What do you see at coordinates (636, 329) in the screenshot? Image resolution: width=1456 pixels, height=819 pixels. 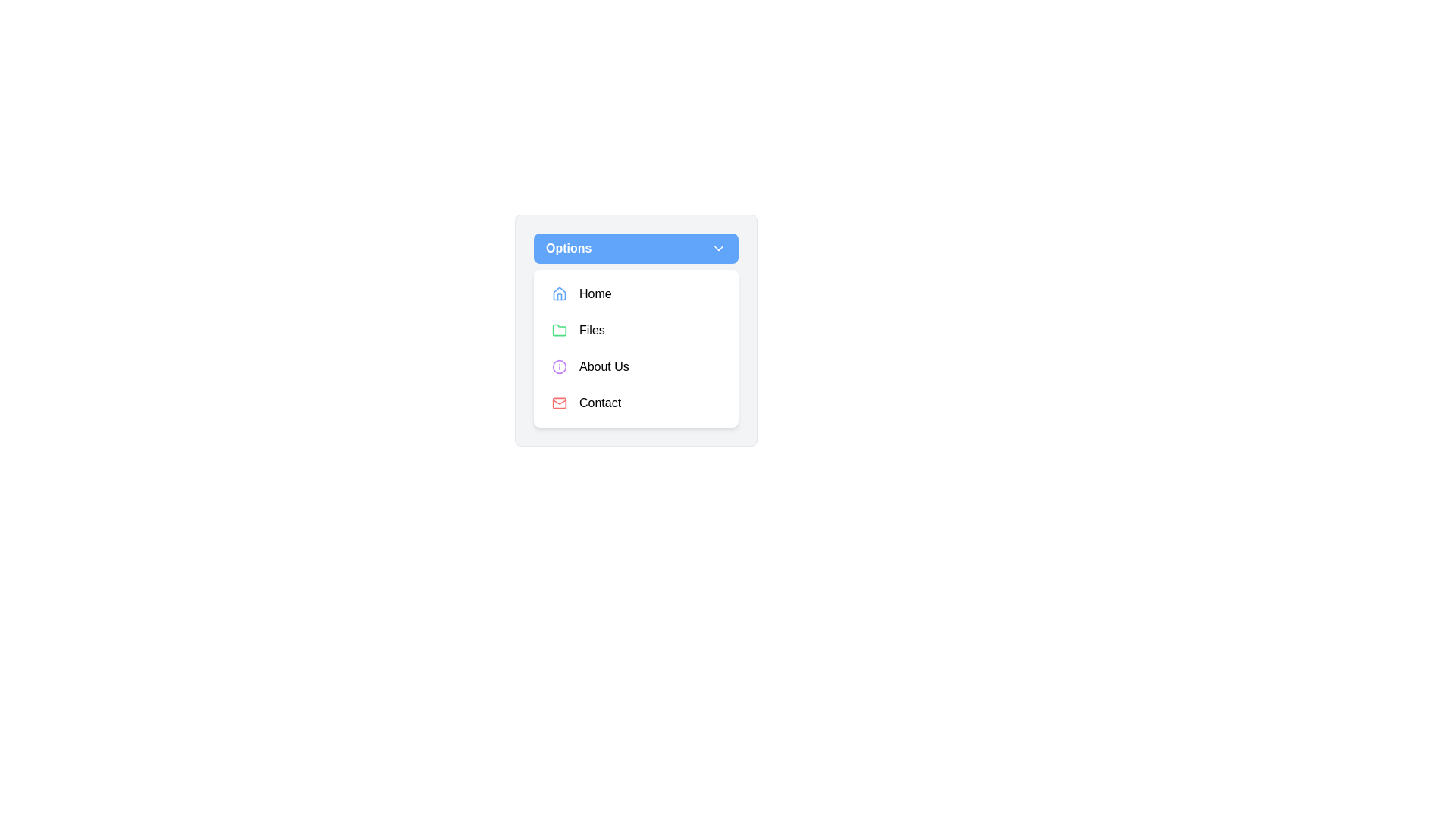 I see `the 'Files' menu item, which is the second item in the vertical menu list, to trigger visual feedback` at bounding box center [636, 329].